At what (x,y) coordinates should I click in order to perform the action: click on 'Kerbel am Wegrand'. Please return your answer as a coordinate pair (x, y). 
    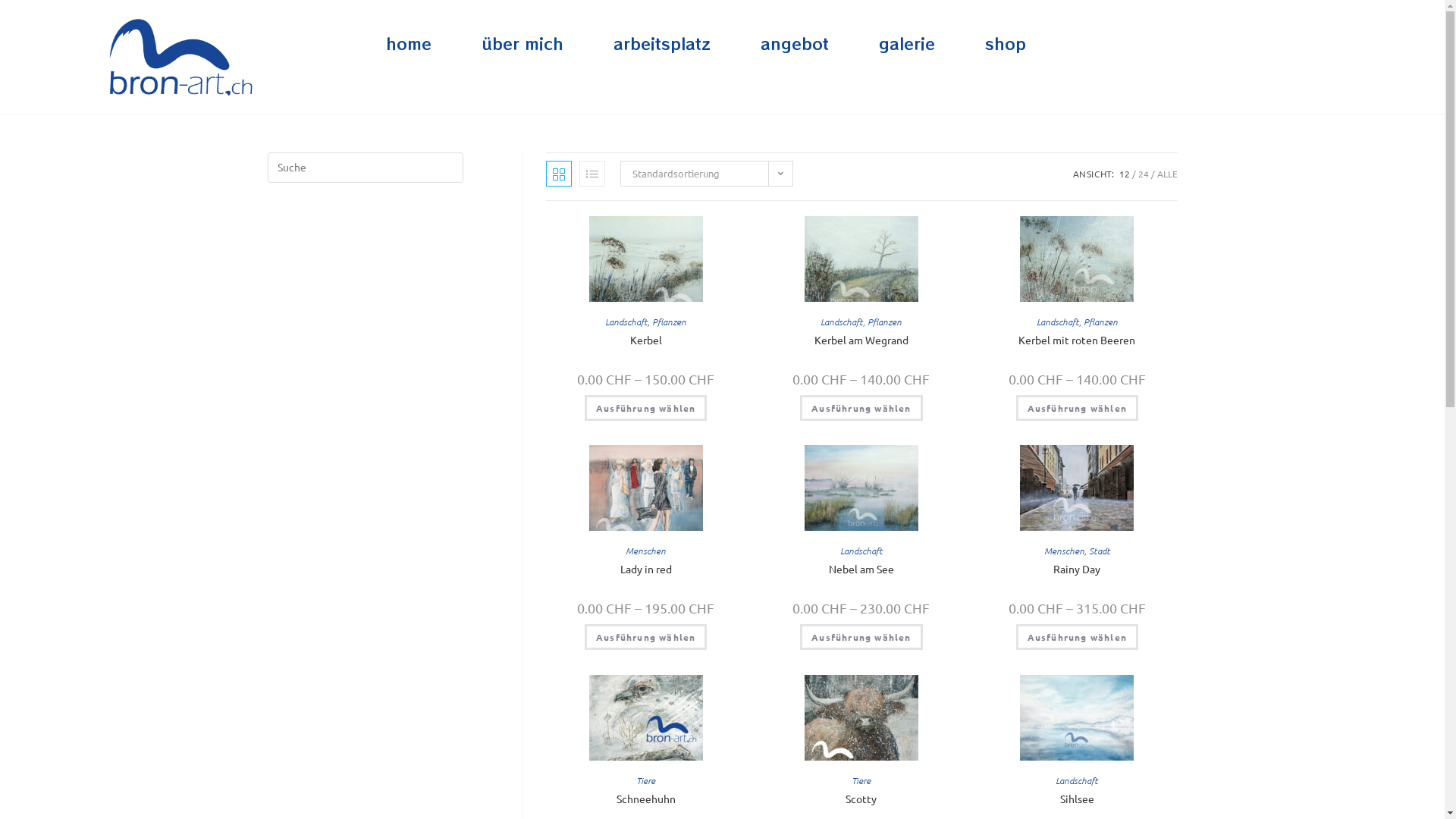
    Looking at the image, I should click on (814, 339).